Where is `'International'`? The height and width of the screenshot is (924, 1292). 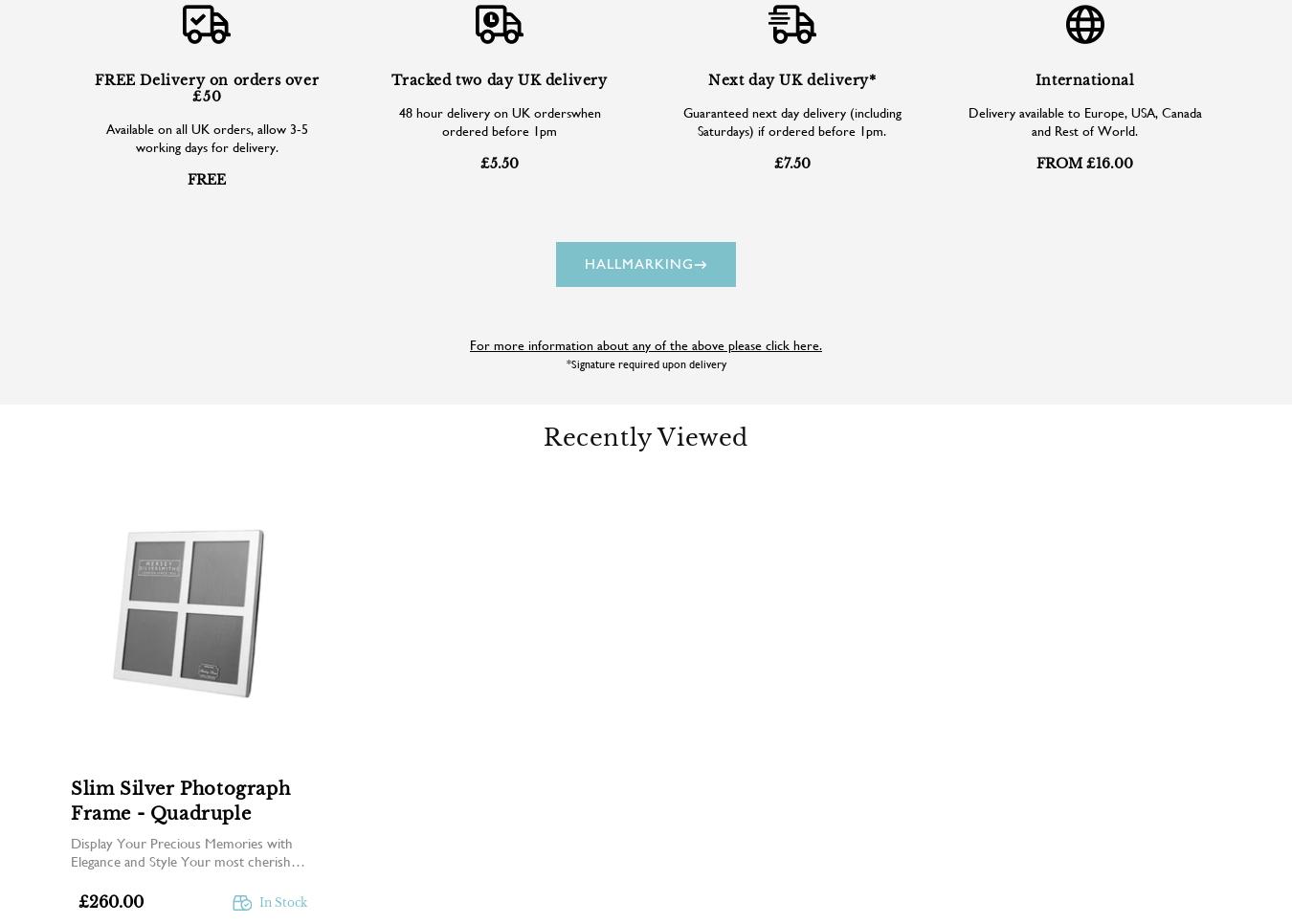 'International' is located at coordinates (1034, 77).